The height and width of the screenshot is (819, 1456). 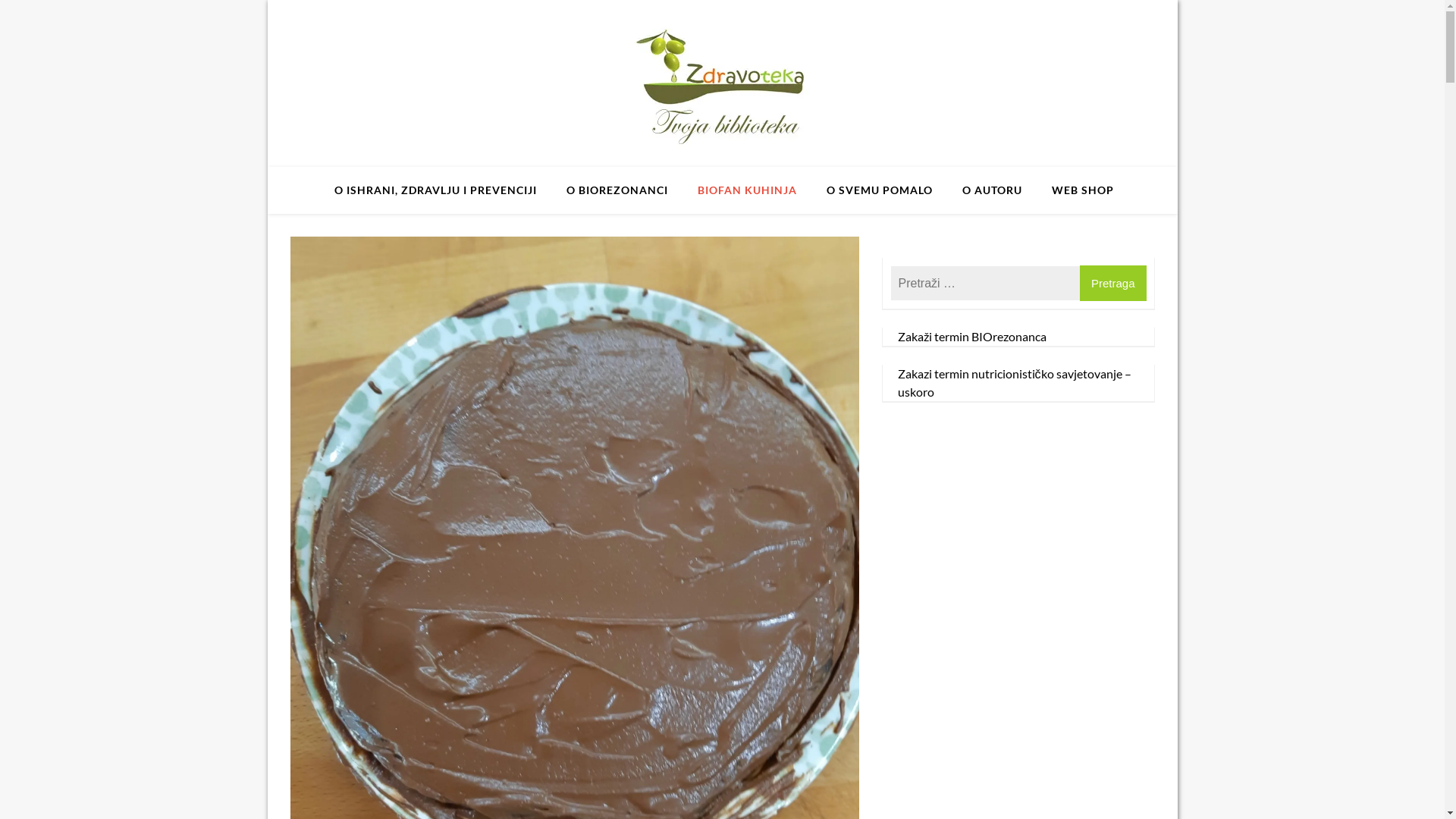 I want to click on 'O BIOREZONANCI', so click(x=617, y=189).